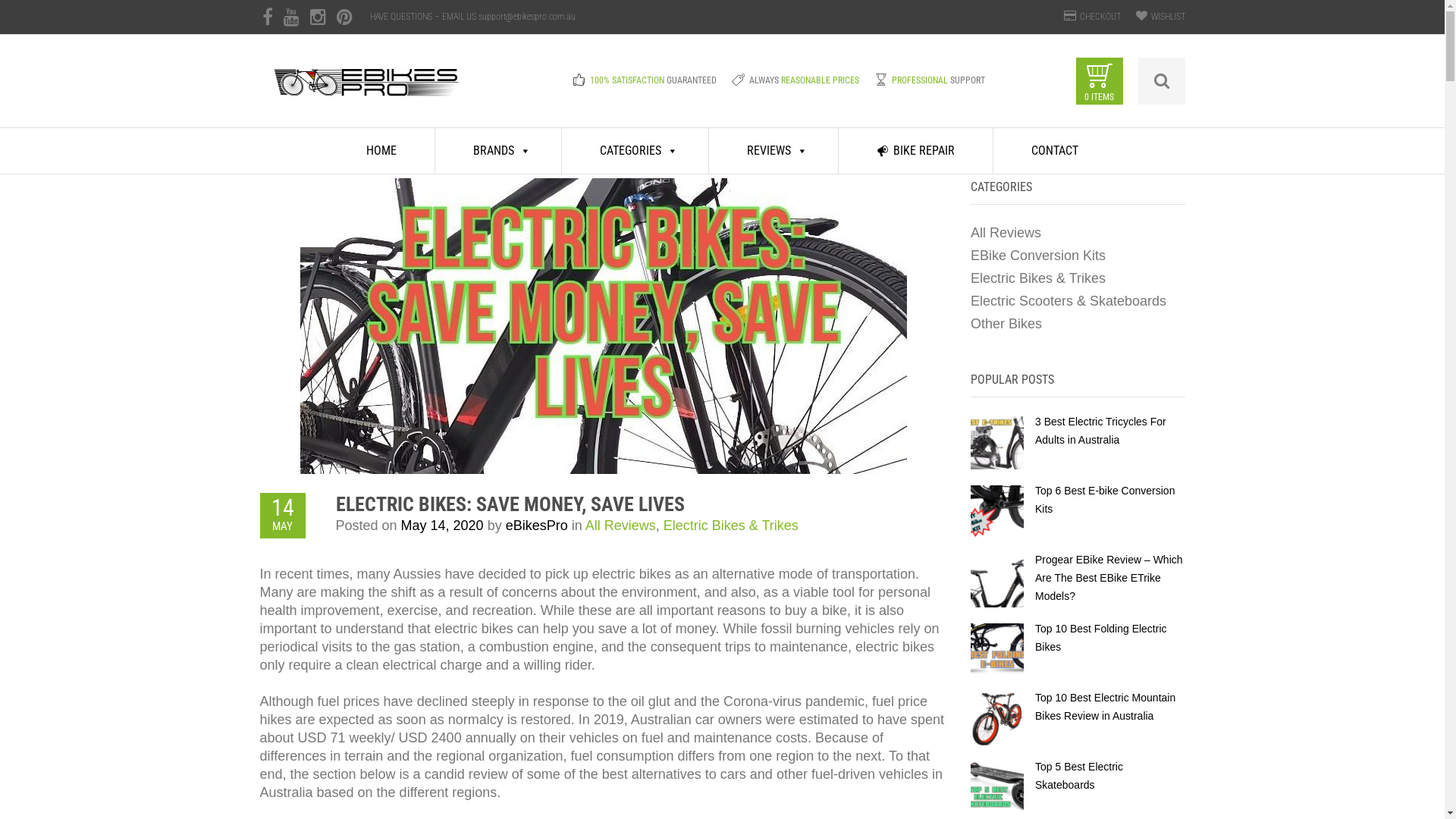 Image resolution: width=1456 pixels, height=819 pixels. I want to click on 'eBikesPro', so click(537, 525).